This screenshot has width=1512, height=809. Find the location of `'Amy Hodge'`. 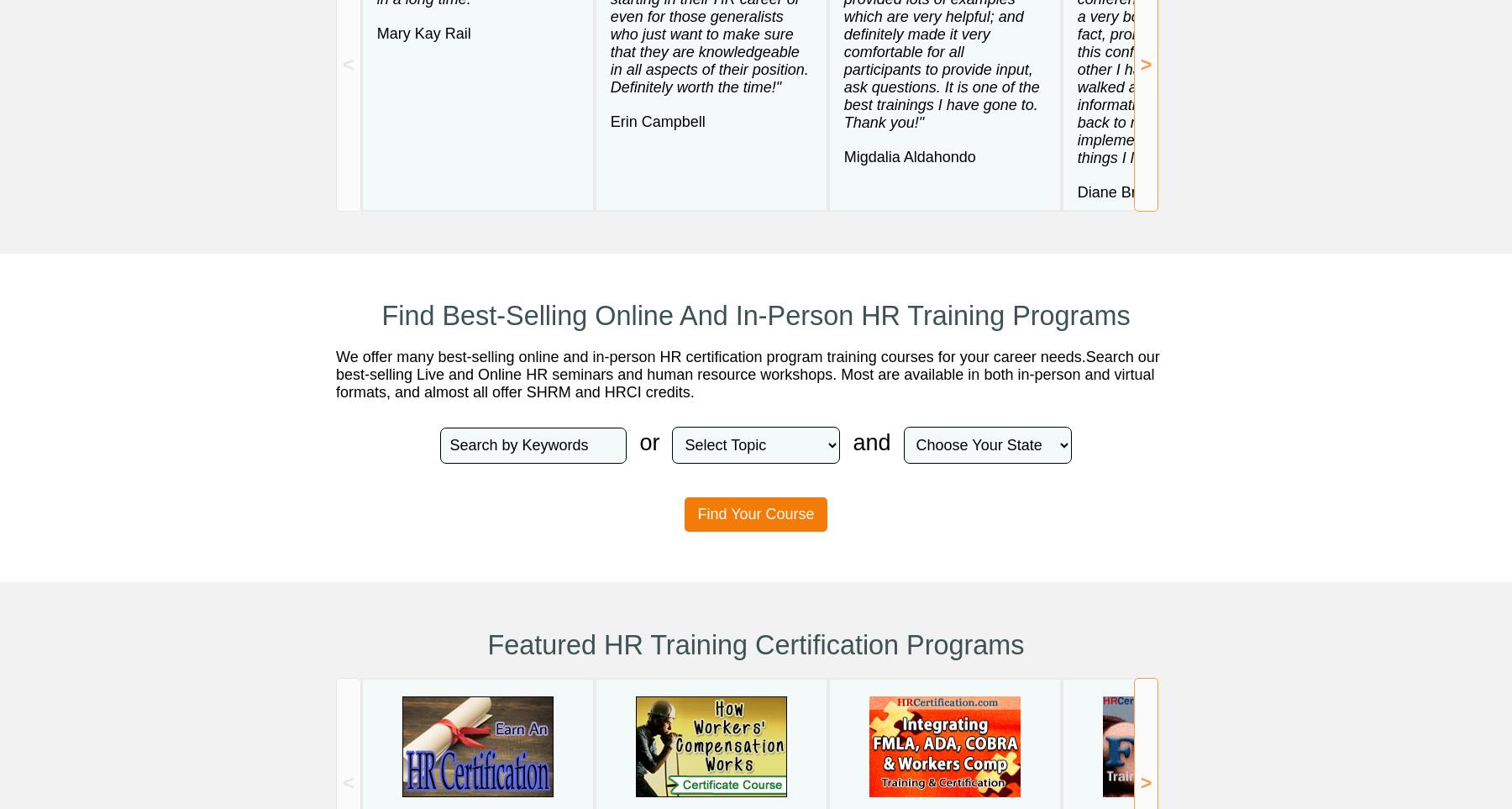

'Amy Hodge' is located at coordinates (1349, 138).